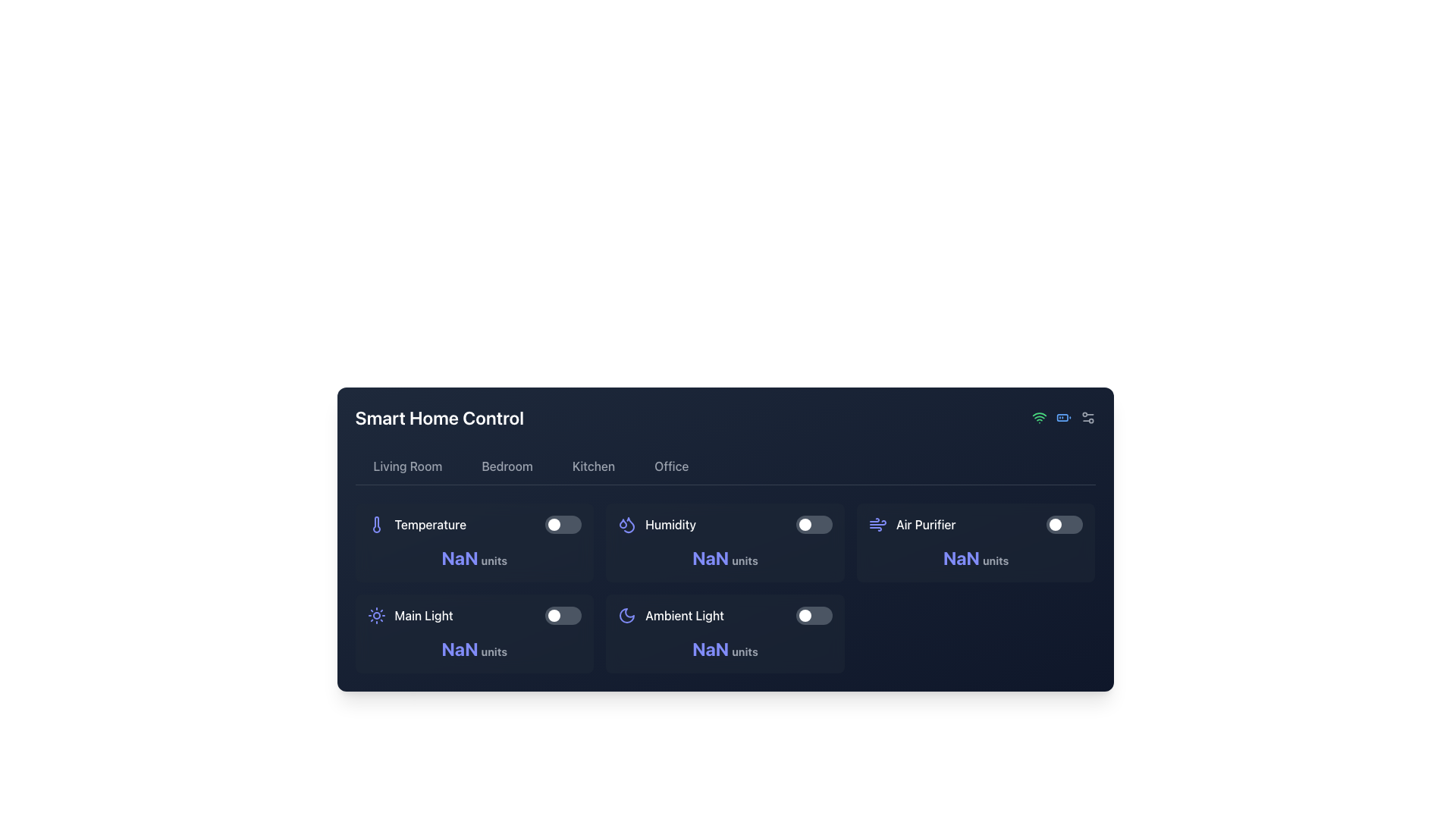 Image resolution: width=1456 pixels, height=819 pixels. I want to click on the 'Kitchen' text label, which is the third item in a horizontally aligned list of text labels, so click(592, 465).